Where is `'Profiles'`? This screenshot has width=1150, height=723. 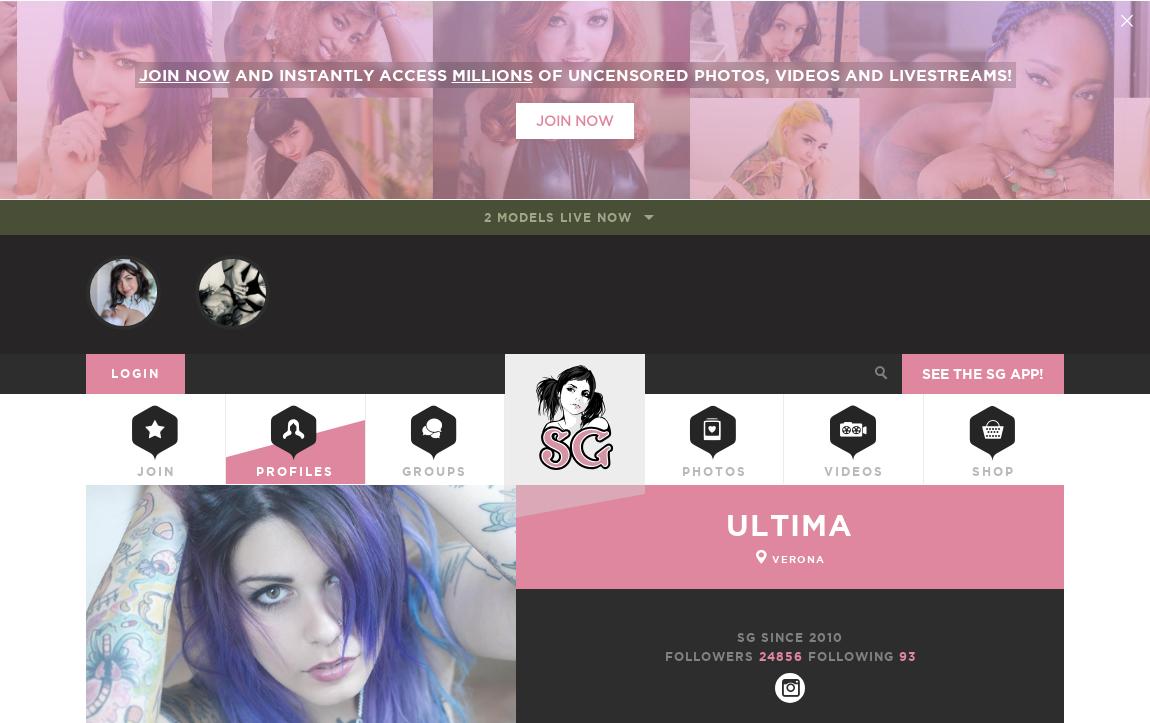 'Profiles' is located at coordinates (294, 473).